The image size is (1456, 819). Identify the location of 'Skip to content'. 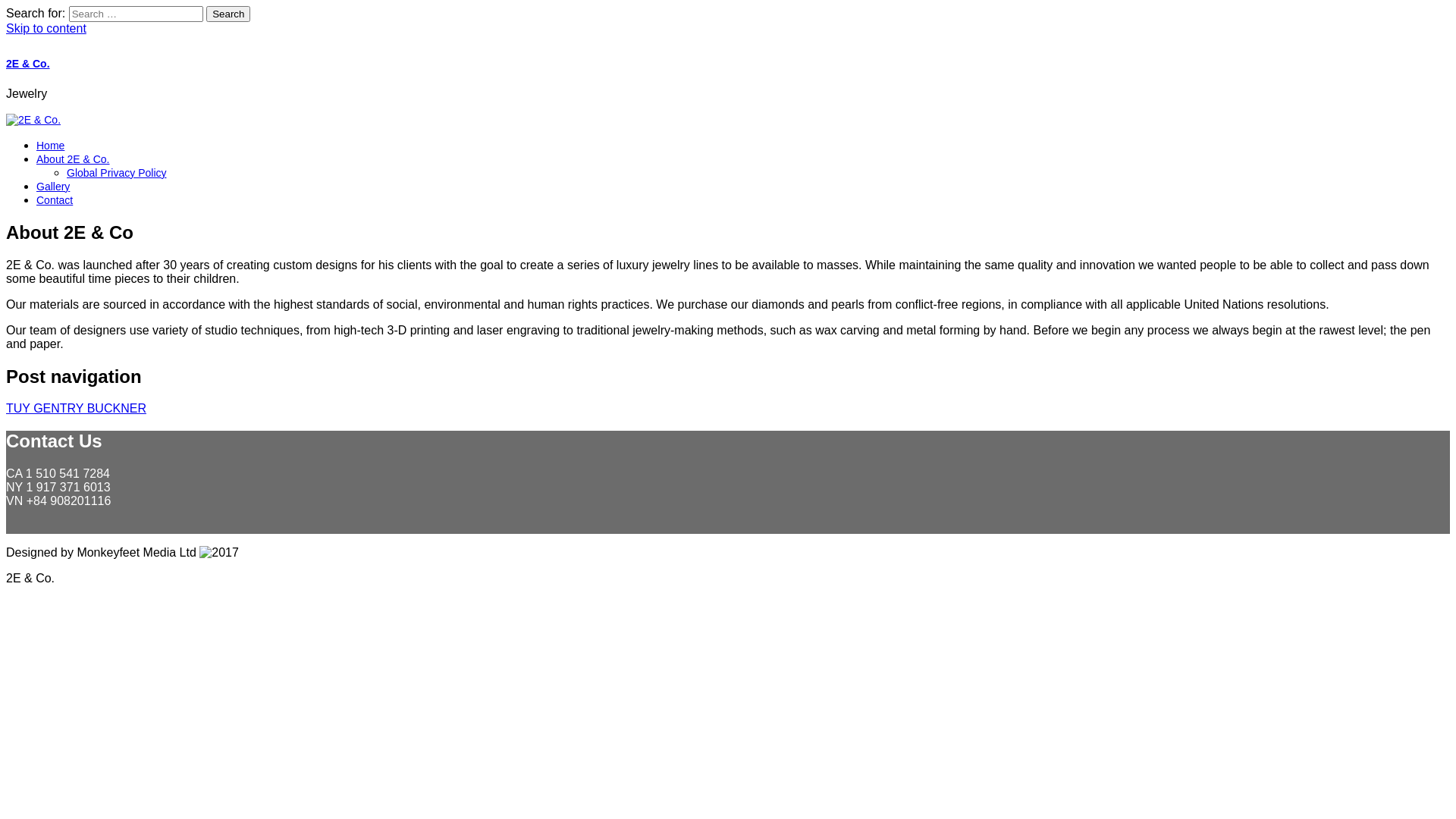
(46, 28).